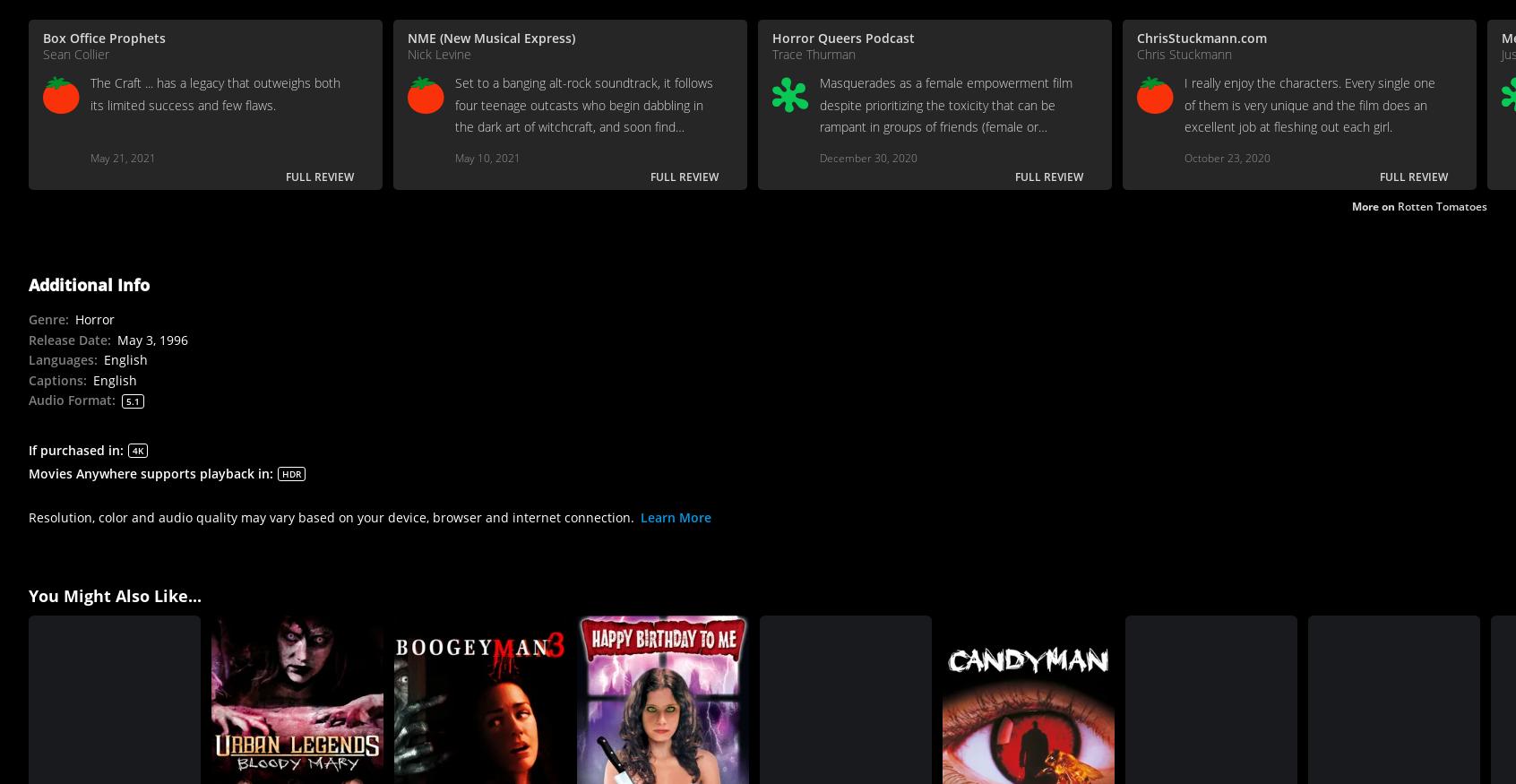  Describe the element at coordinates (67, 338) in the screenshot. I see `'Release Date'` at that location.